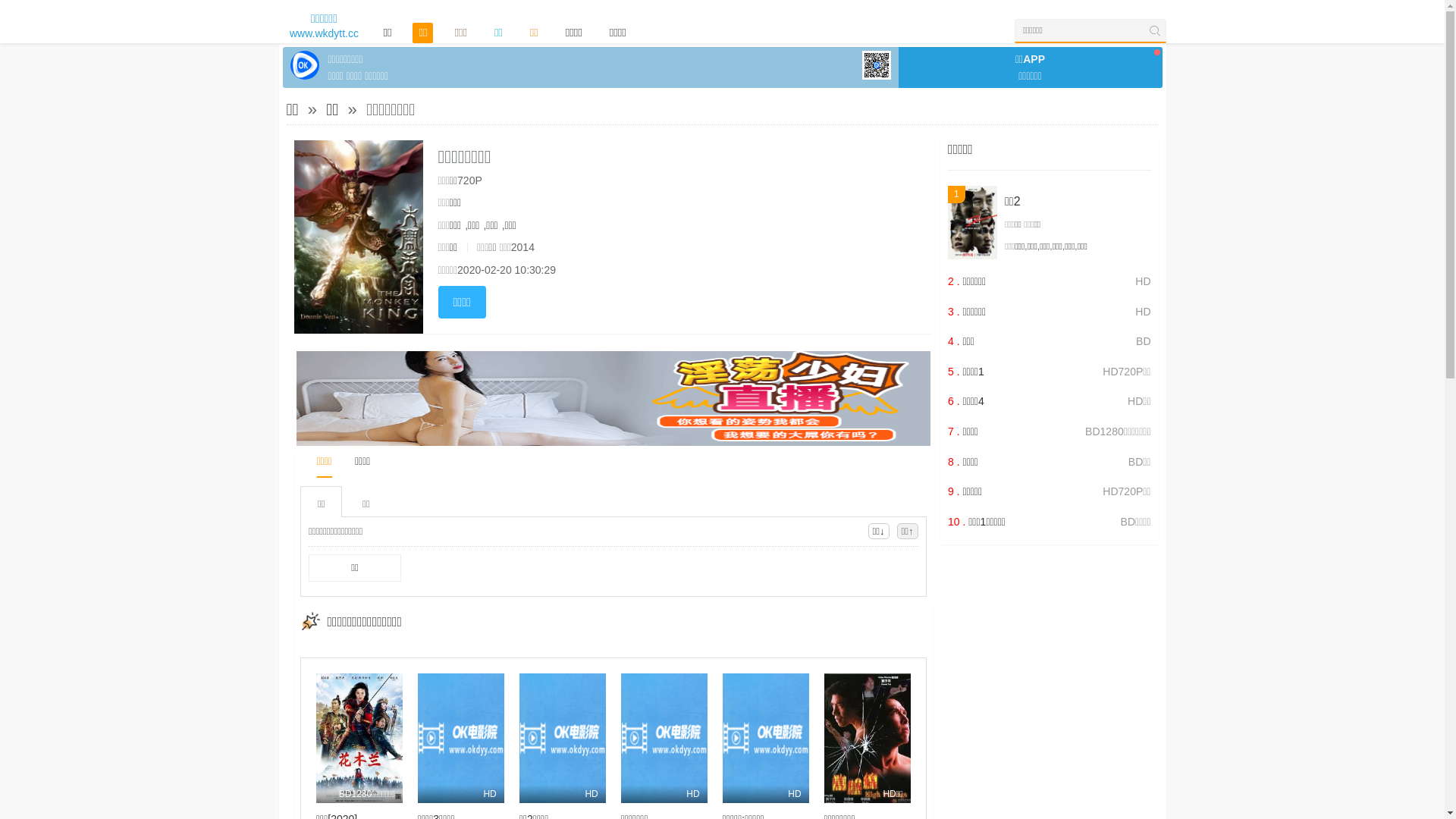  What do you see at coordinates (664, 737) in the screenshot?
I see `'HD'` at bounding box center [664, 737].